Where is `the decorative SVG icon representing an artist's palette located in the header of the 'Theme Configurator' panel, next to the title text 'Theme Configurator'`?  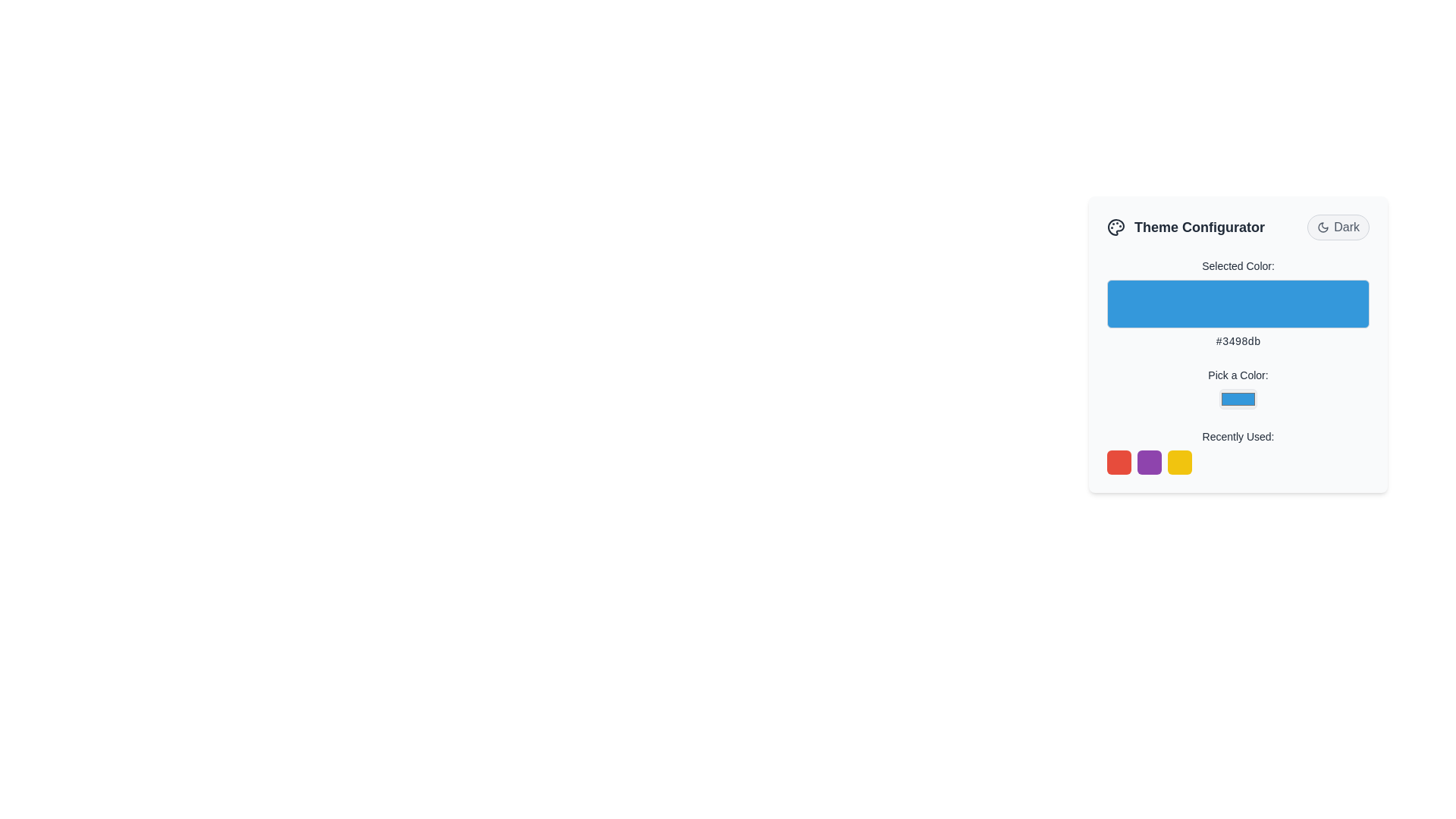
the decorative SVG icon representing an artist's palette located in the header of the 'Theme Configurator' panel, next to the title text 'Theme Configurator' is located at coordinates (1116, 227).